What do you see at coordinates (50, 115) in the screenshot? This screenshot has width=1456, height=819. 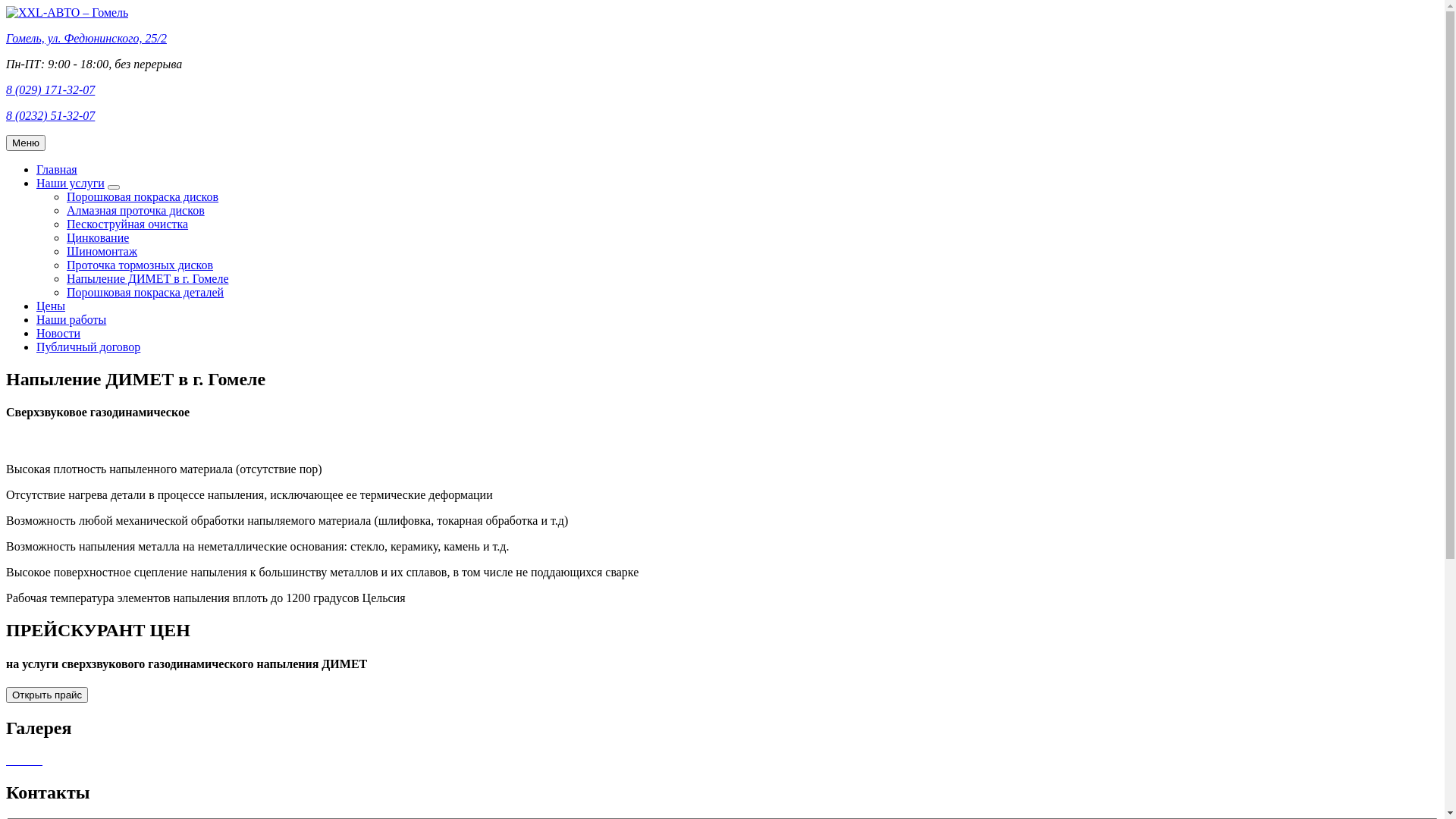 I see `'8 (0232) 51-32-07'` at bounding box center [50, 115].